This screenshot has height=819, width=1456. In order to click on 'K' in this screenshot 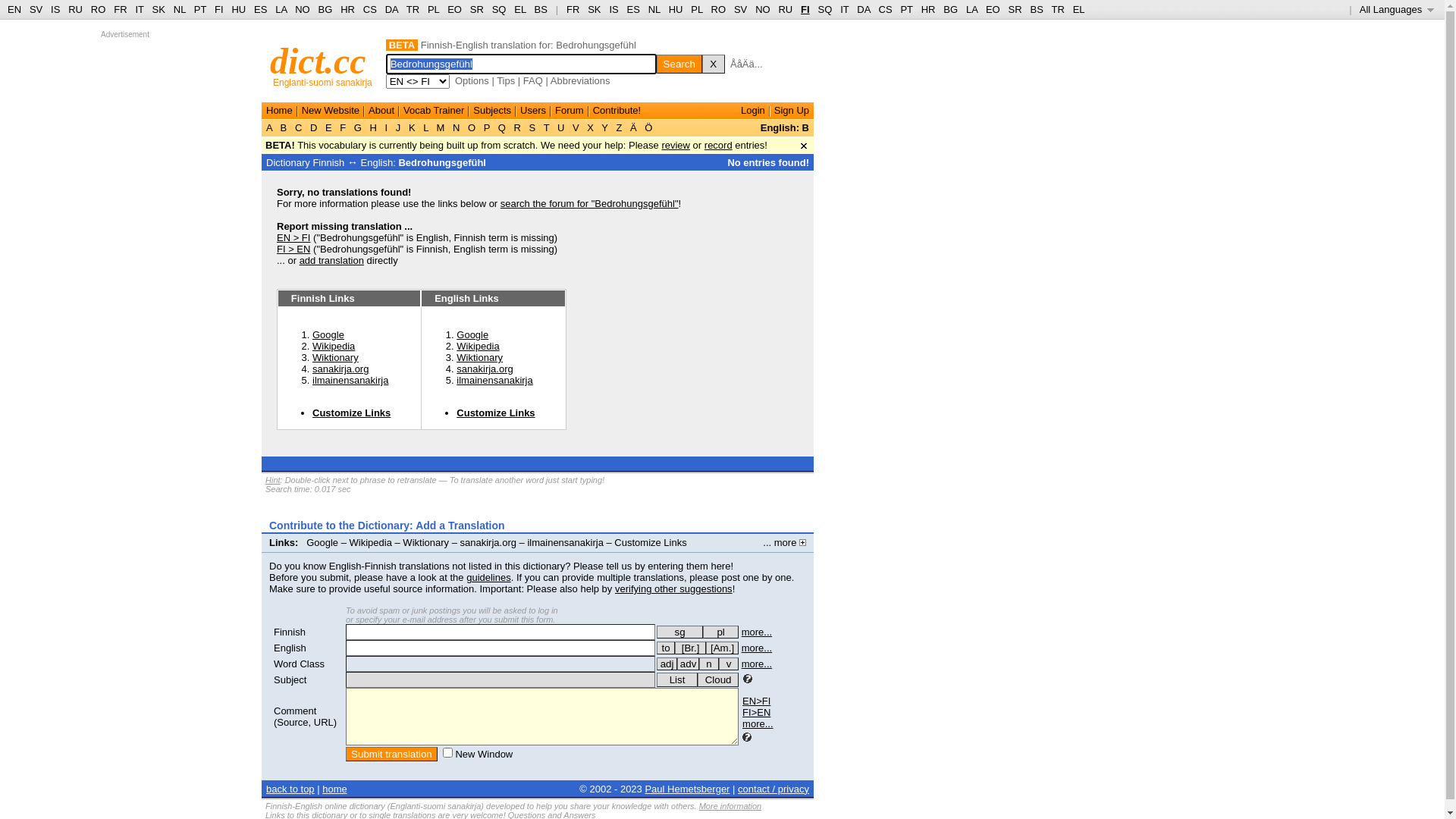, I will do `click(411, 127)`.